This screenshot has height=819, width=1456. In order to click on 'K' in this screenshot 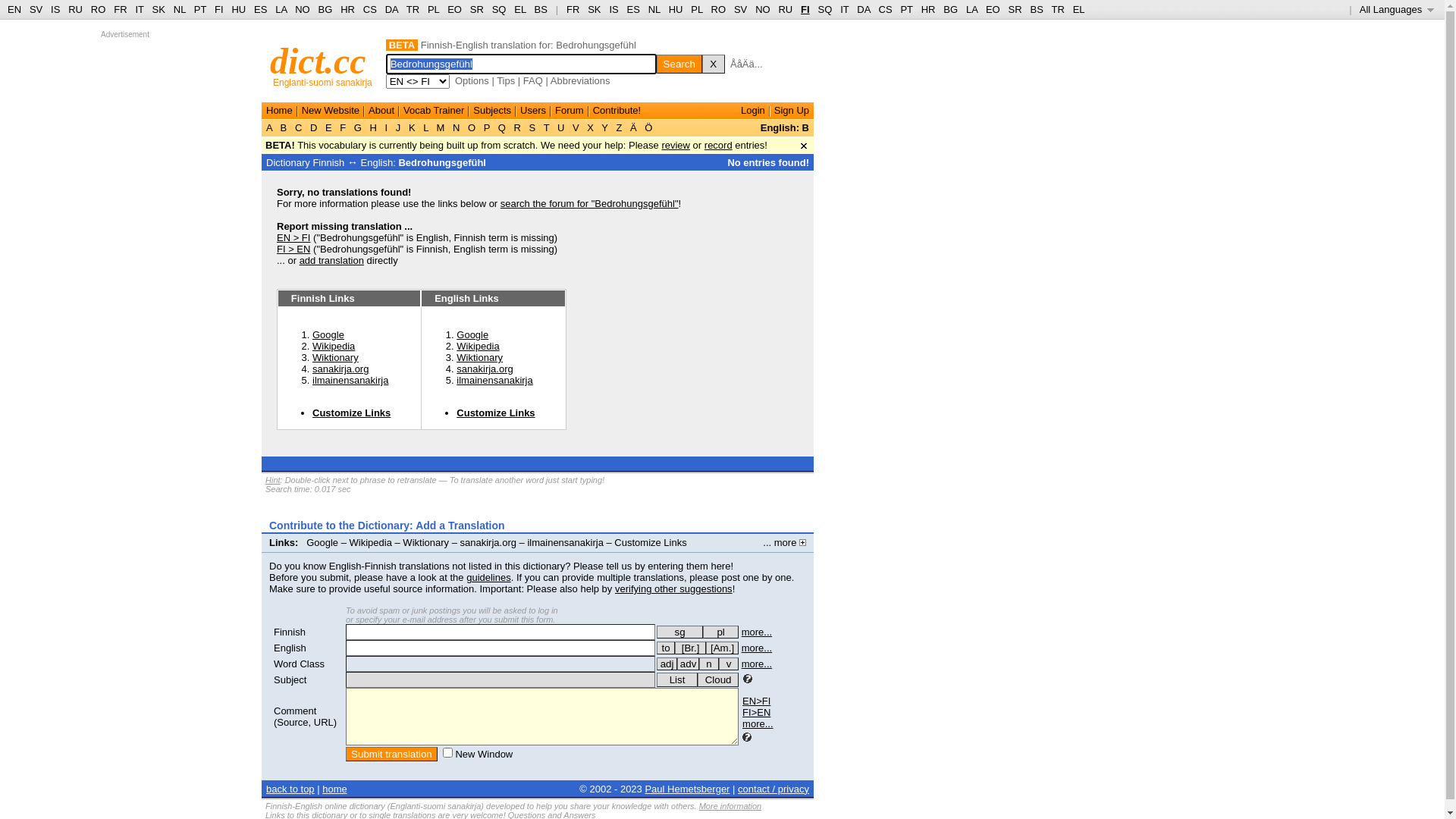, I will do `click(411, 127)`.